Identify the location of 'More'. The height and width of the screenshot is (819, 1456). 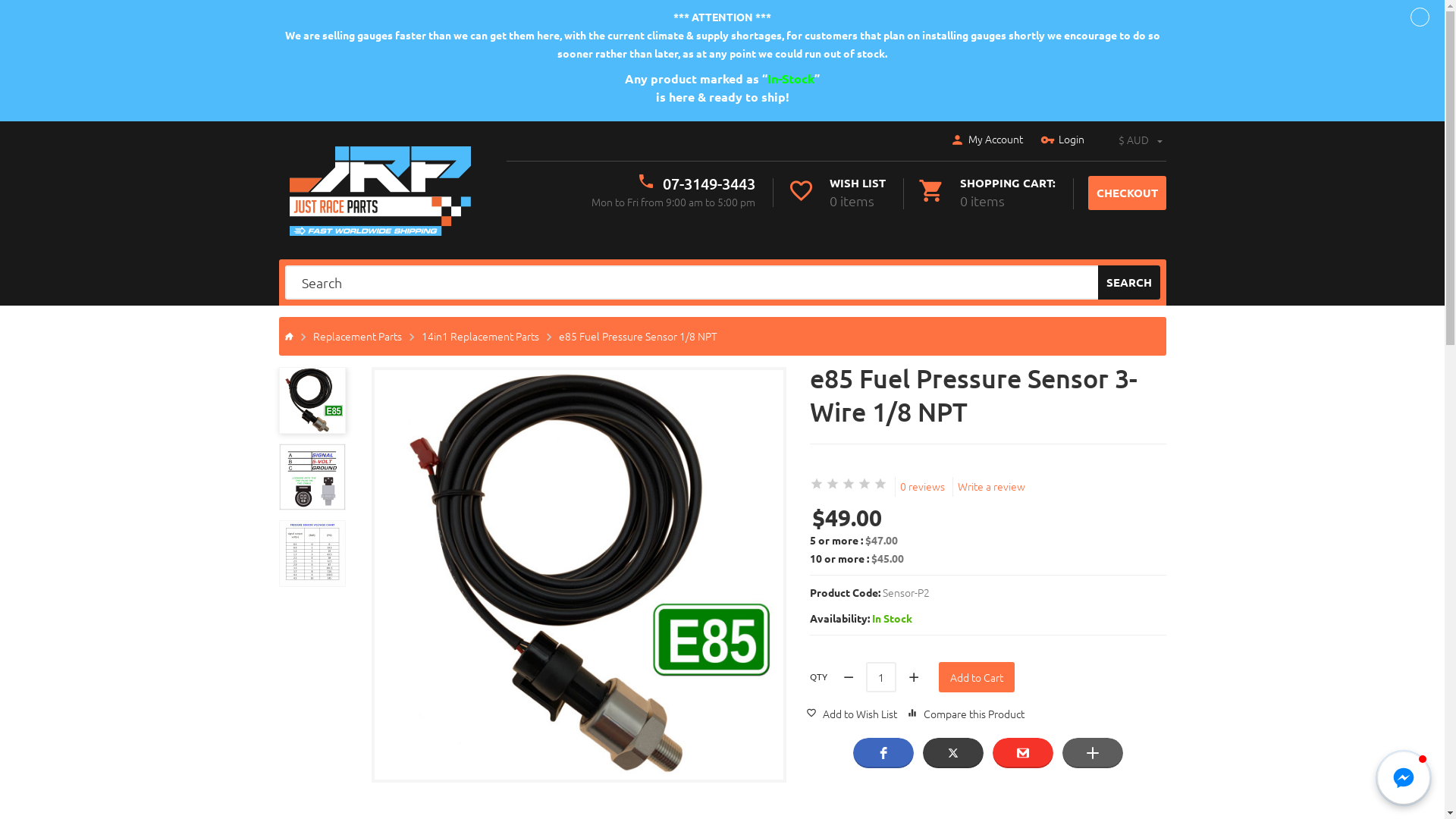
(1092, 752).